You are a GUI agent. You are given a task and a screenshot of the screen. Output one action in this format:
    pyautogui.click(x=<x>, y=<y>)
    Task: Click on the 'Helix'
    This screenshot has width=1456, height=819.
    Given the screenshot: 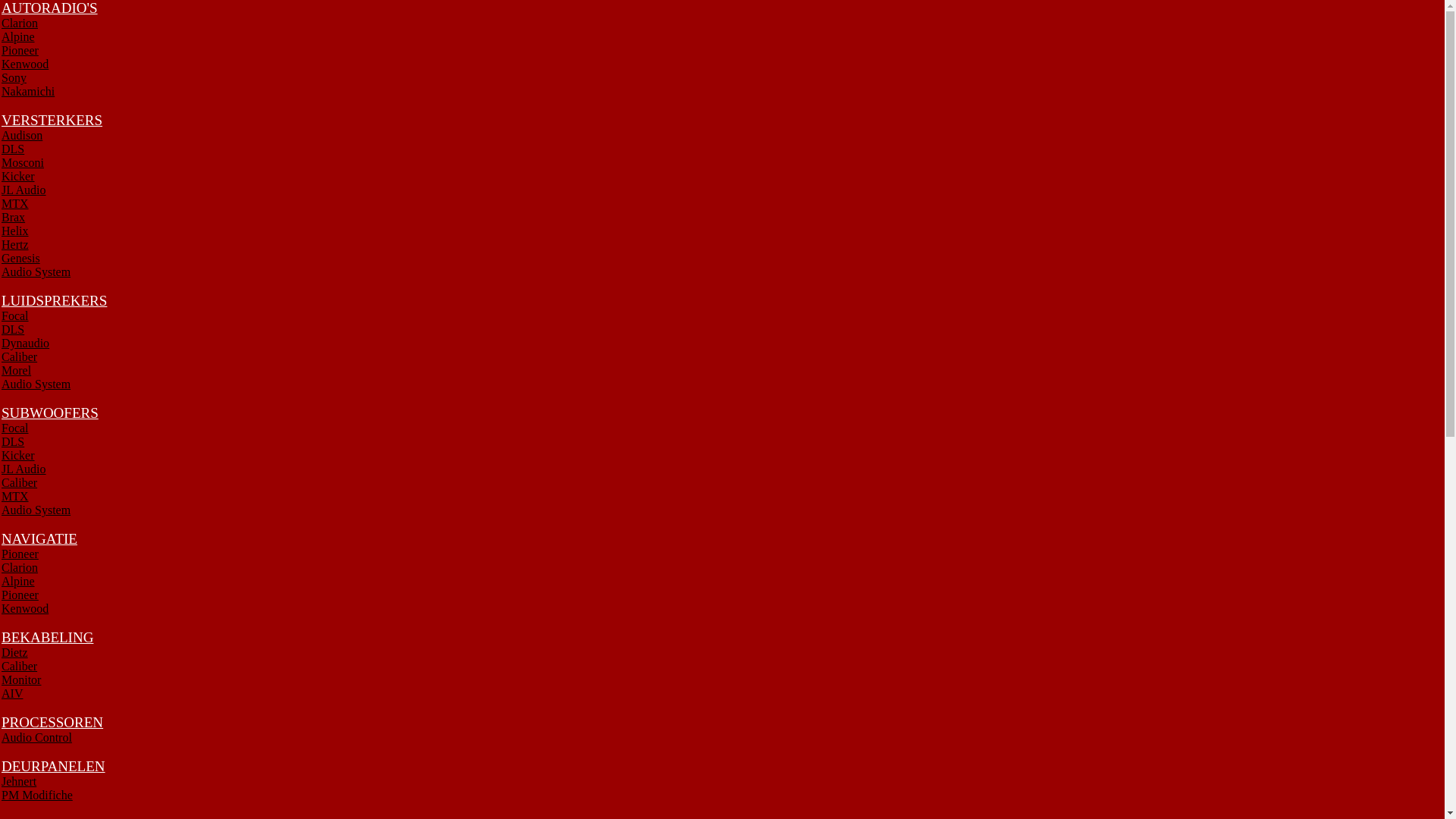 What is the action you would take?
    pyautogui.click(x=14, y=231)
    